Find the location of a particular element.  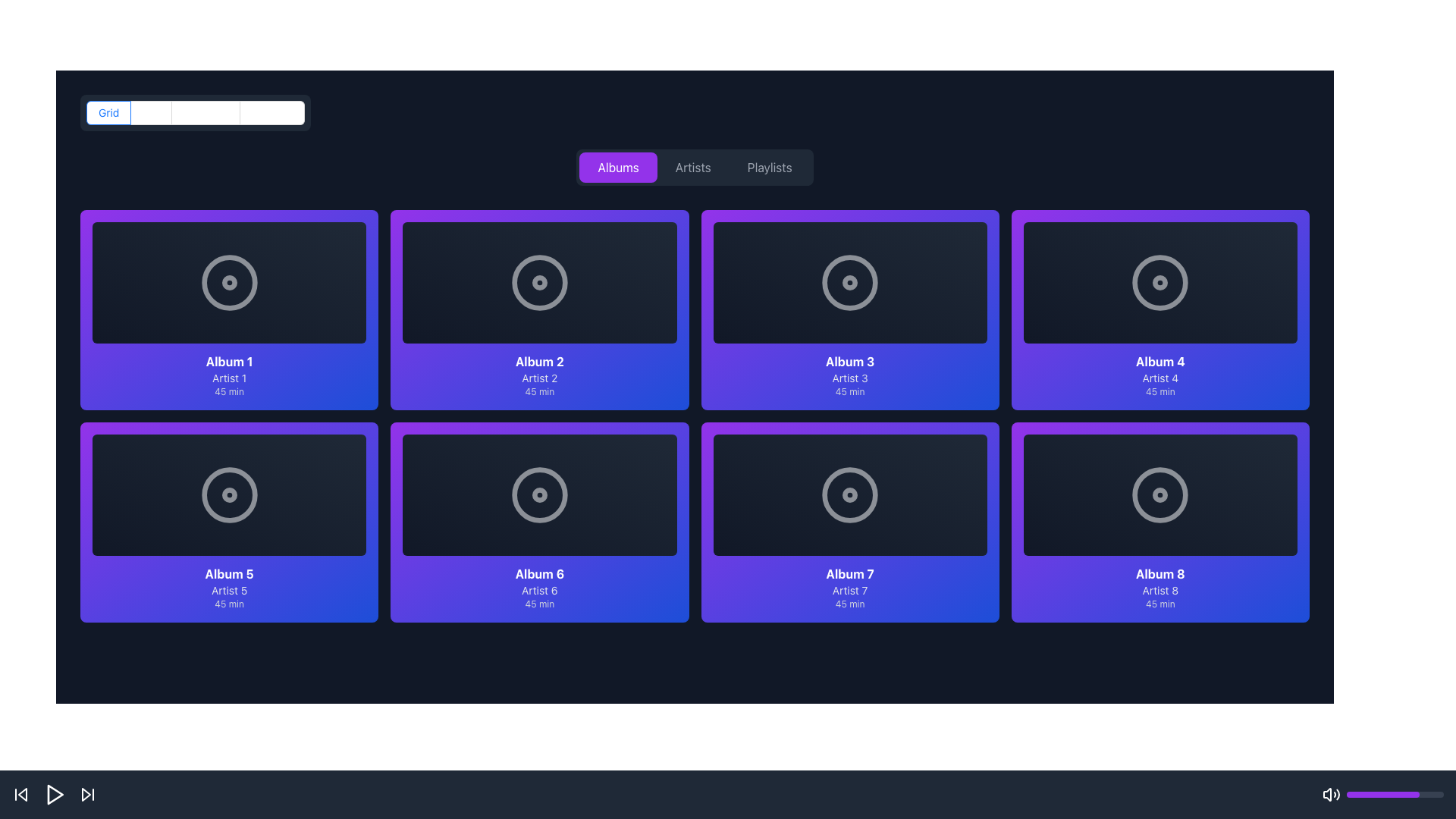

the leftmost purple button labeled 'Albums' is located at coordinates (618, 167).